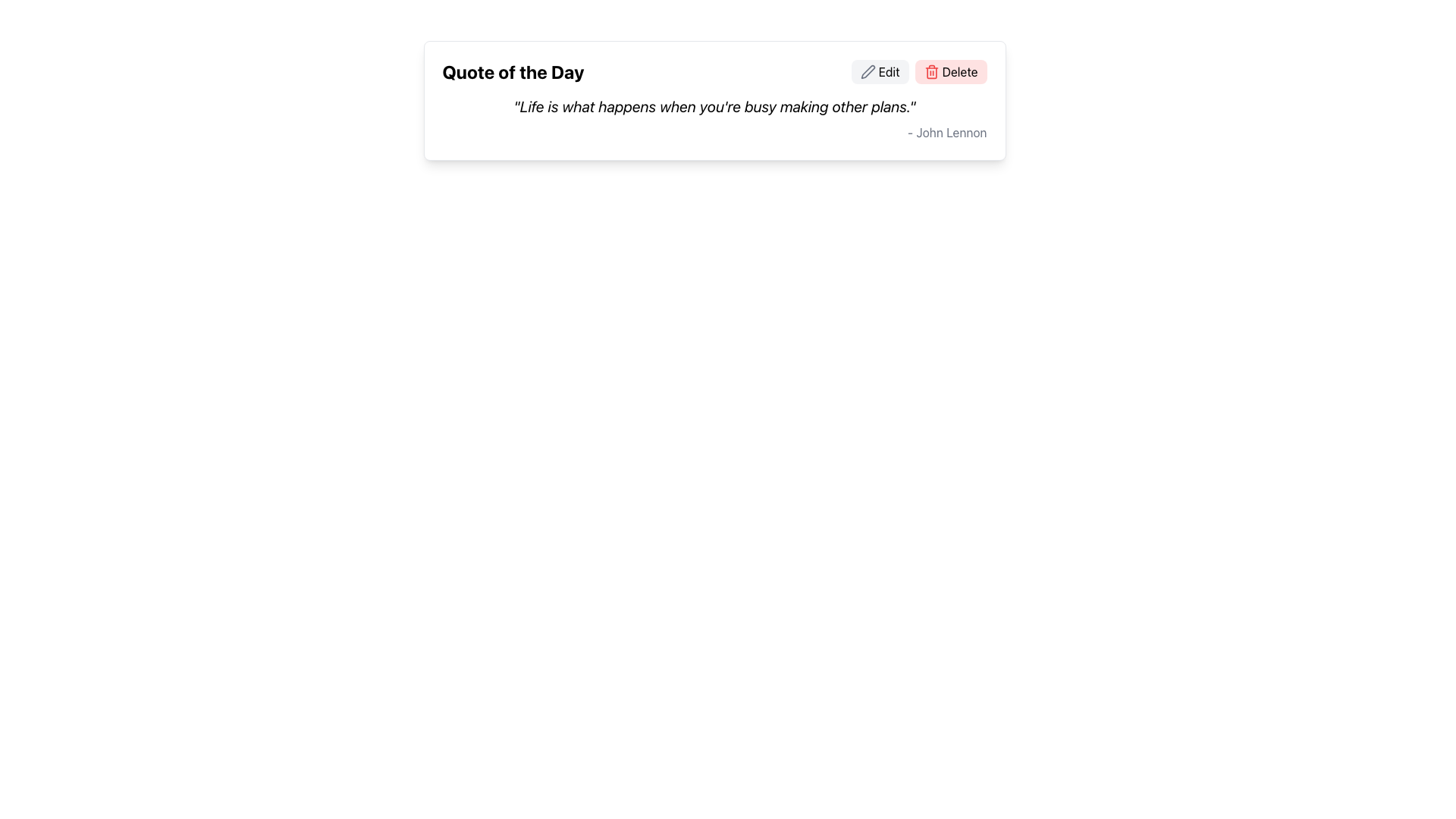 The height and width of the screenshot is (819, 1456). What do you see at coordinates (880, 72) in the screenshot?
I see `the 'Edit' button with a pen icon, which is located at the top-right corner of the card component` at bounding box center [880, 72].